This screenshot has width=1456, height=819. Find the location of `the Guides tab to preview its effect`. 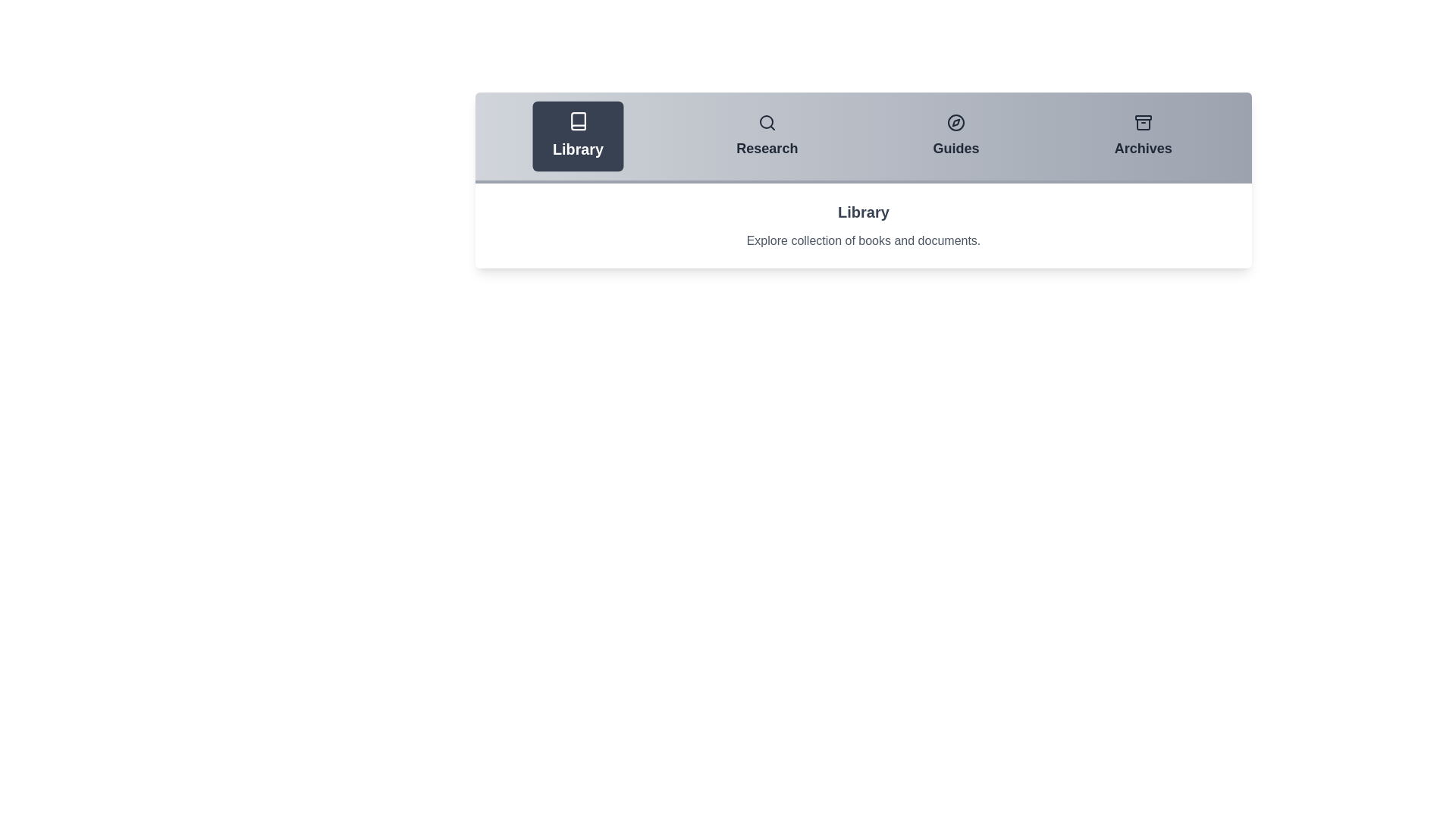

the Guides tab to preview its effect is located at coordinates (955, 136).